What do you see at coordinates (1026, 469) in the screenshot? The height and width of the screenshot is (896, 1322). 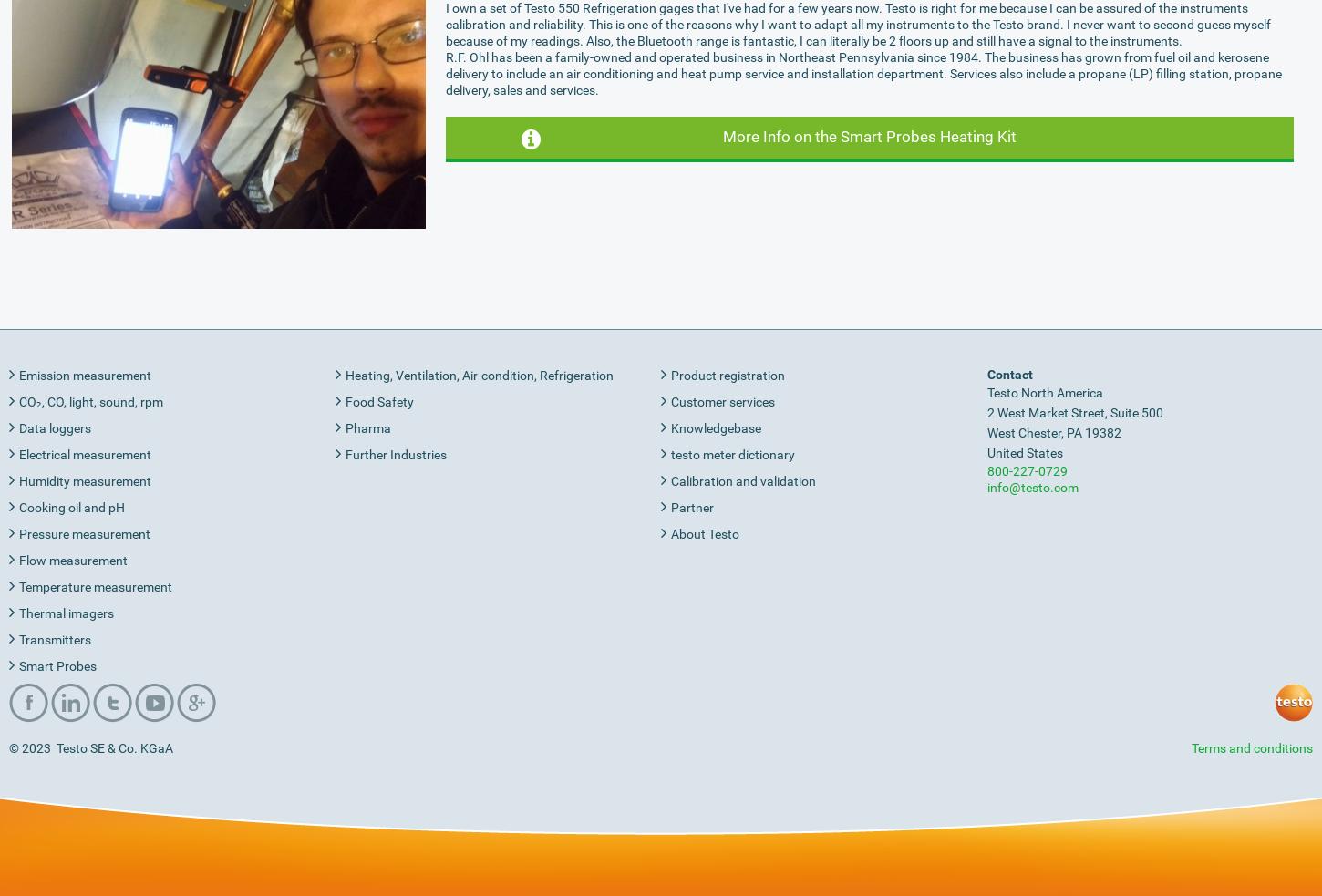 I see `'800-227-0729'` at bounding box center [1026, 469].